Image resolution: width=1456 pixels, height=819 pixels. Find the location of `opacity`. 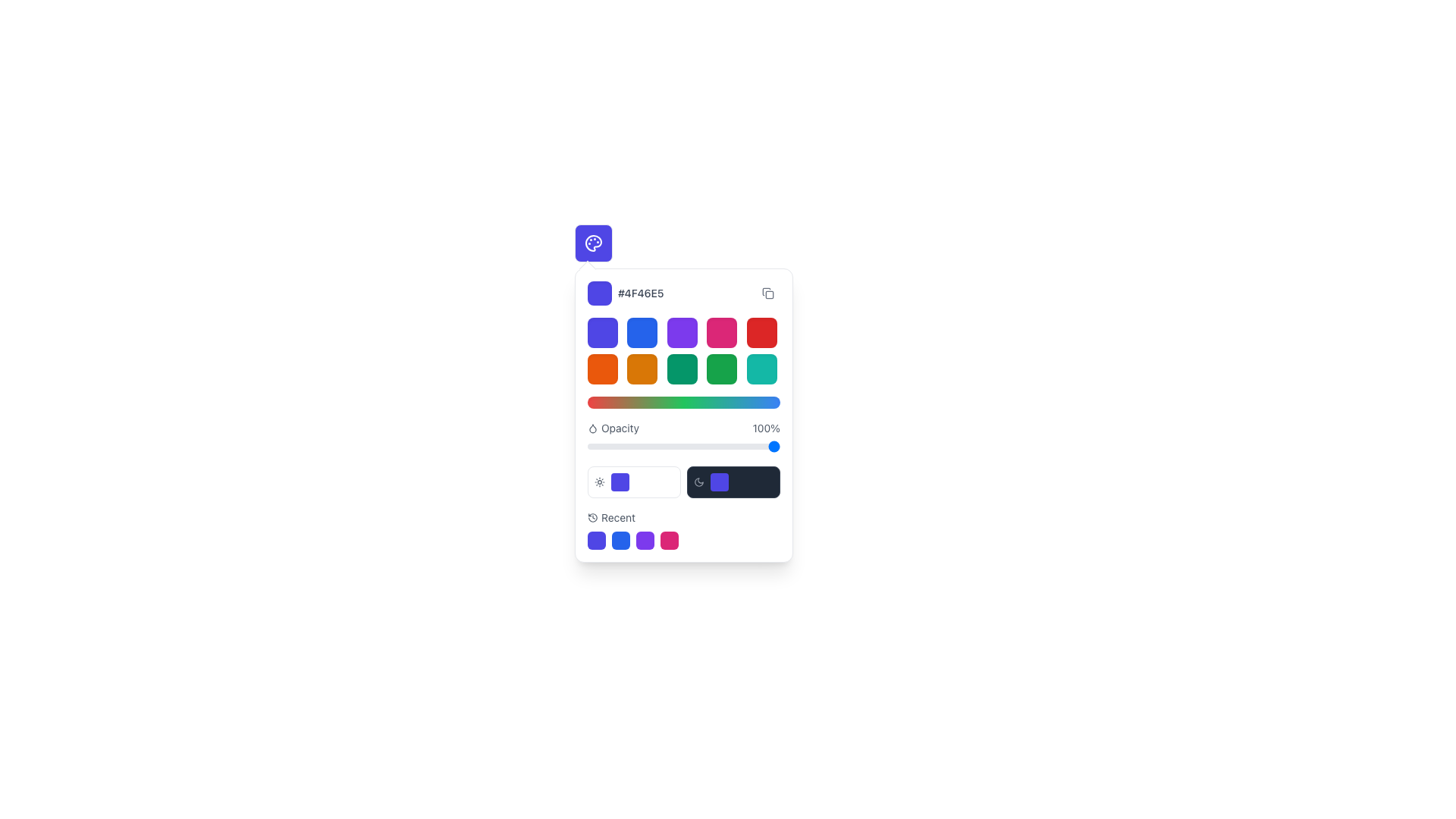

opacity is located at coordinates (649, 446).